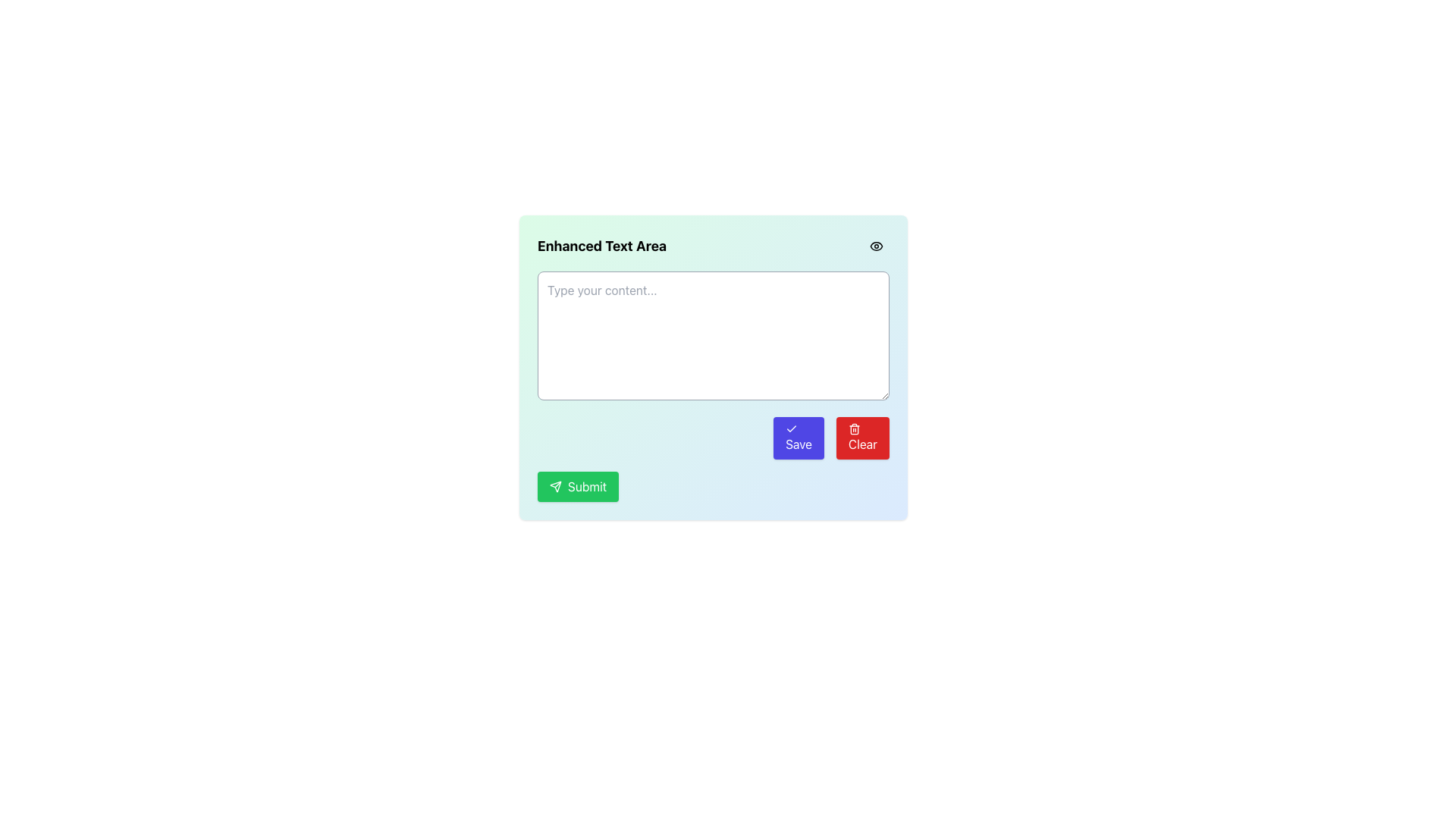 The height and width of the screenshot is (819, 1456). Describe the element at coordinates (798, 438) in the screenshot. I see `the 'Save' button located at the bottom left of the card` at that location.